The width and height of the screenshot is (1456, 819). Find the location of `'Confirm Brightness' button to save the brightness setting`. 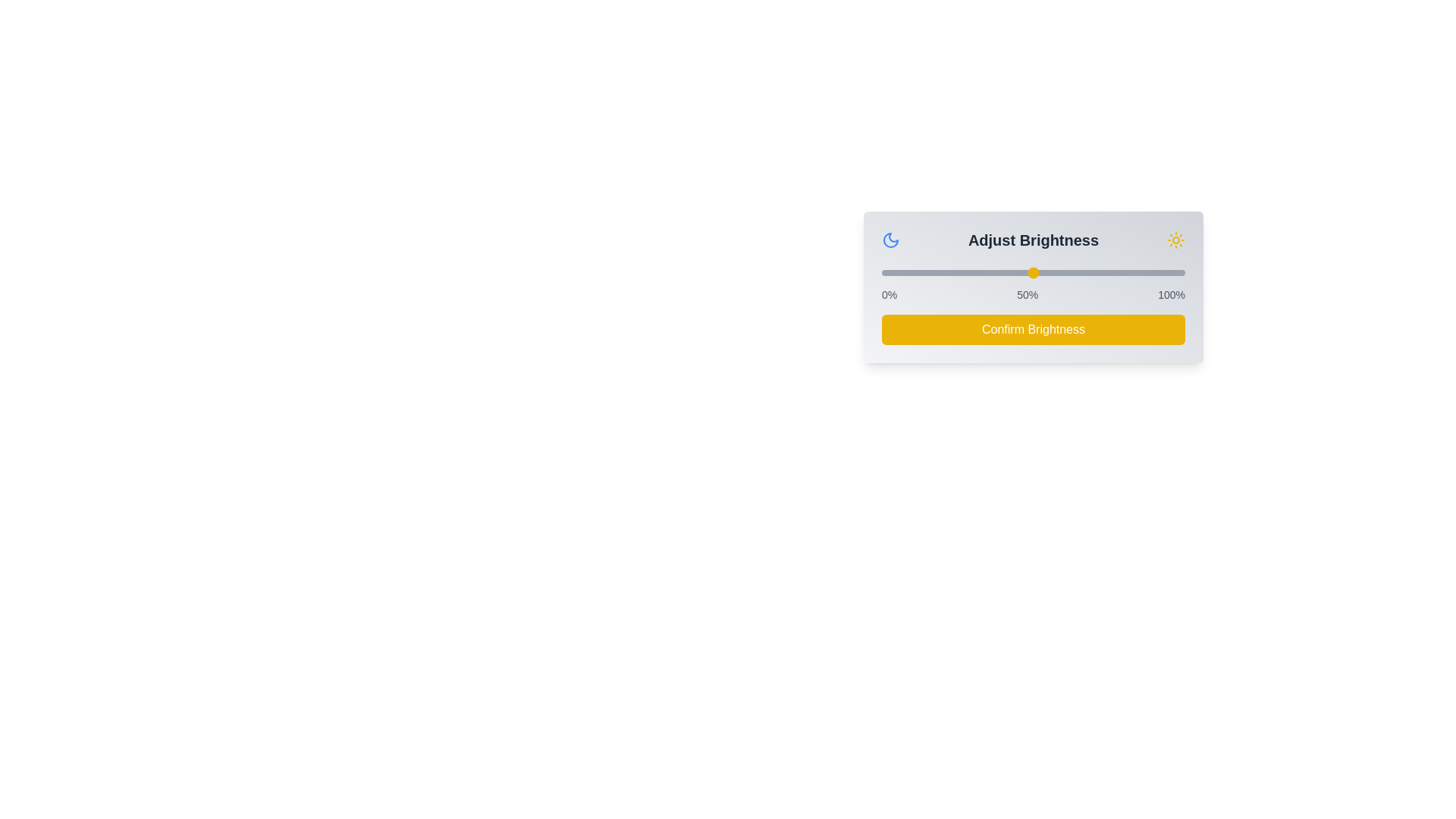

'Confirm Brightness' button to save the brightness setting is located at coordinates (1033, 329).